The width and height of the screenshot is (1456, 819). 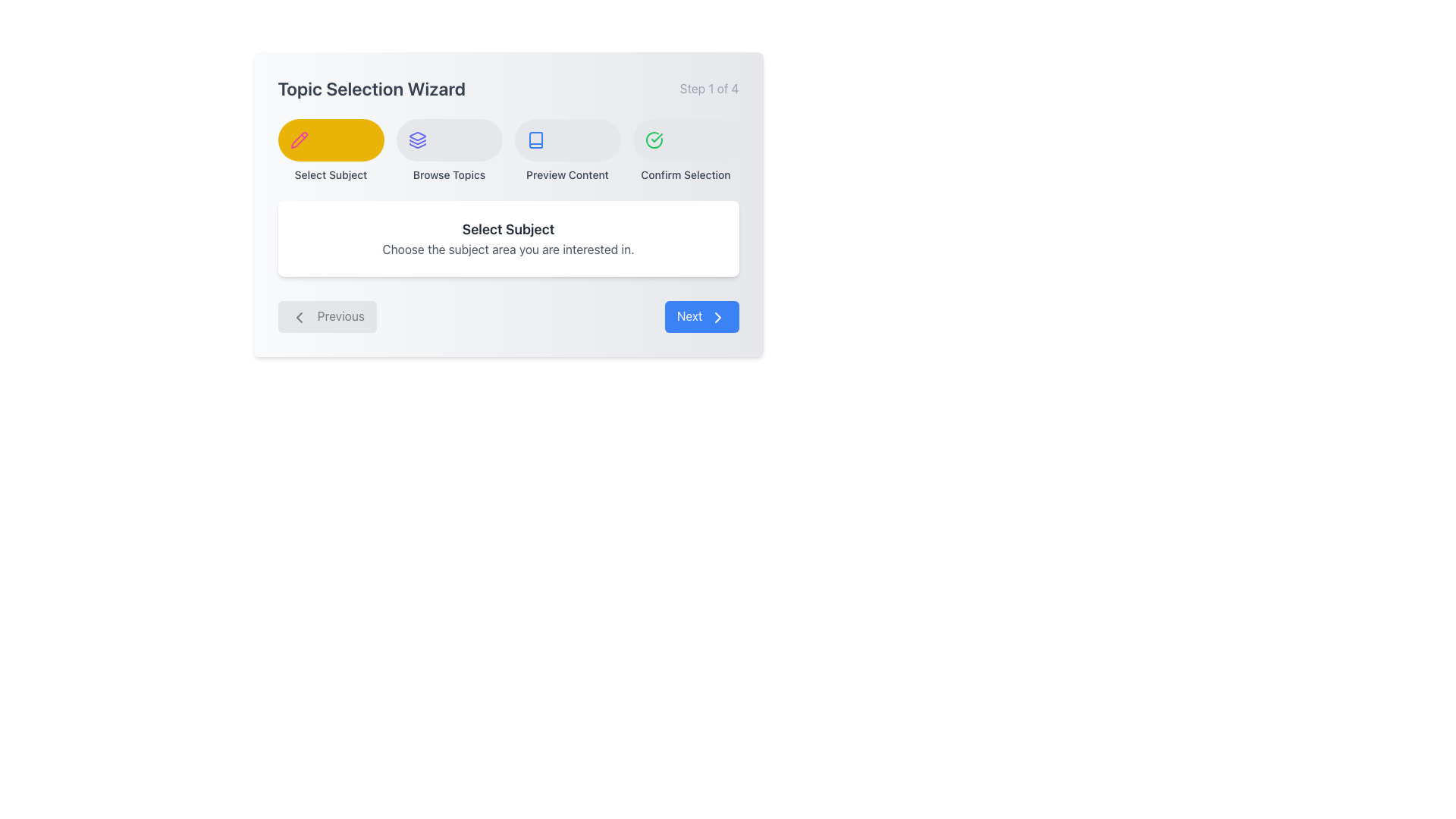 I want to click on the static text label reading 'Choose the subject area you are interested in.' located below the bold heading 'Select Subject' within the white panel, so click(x=508, y=248).